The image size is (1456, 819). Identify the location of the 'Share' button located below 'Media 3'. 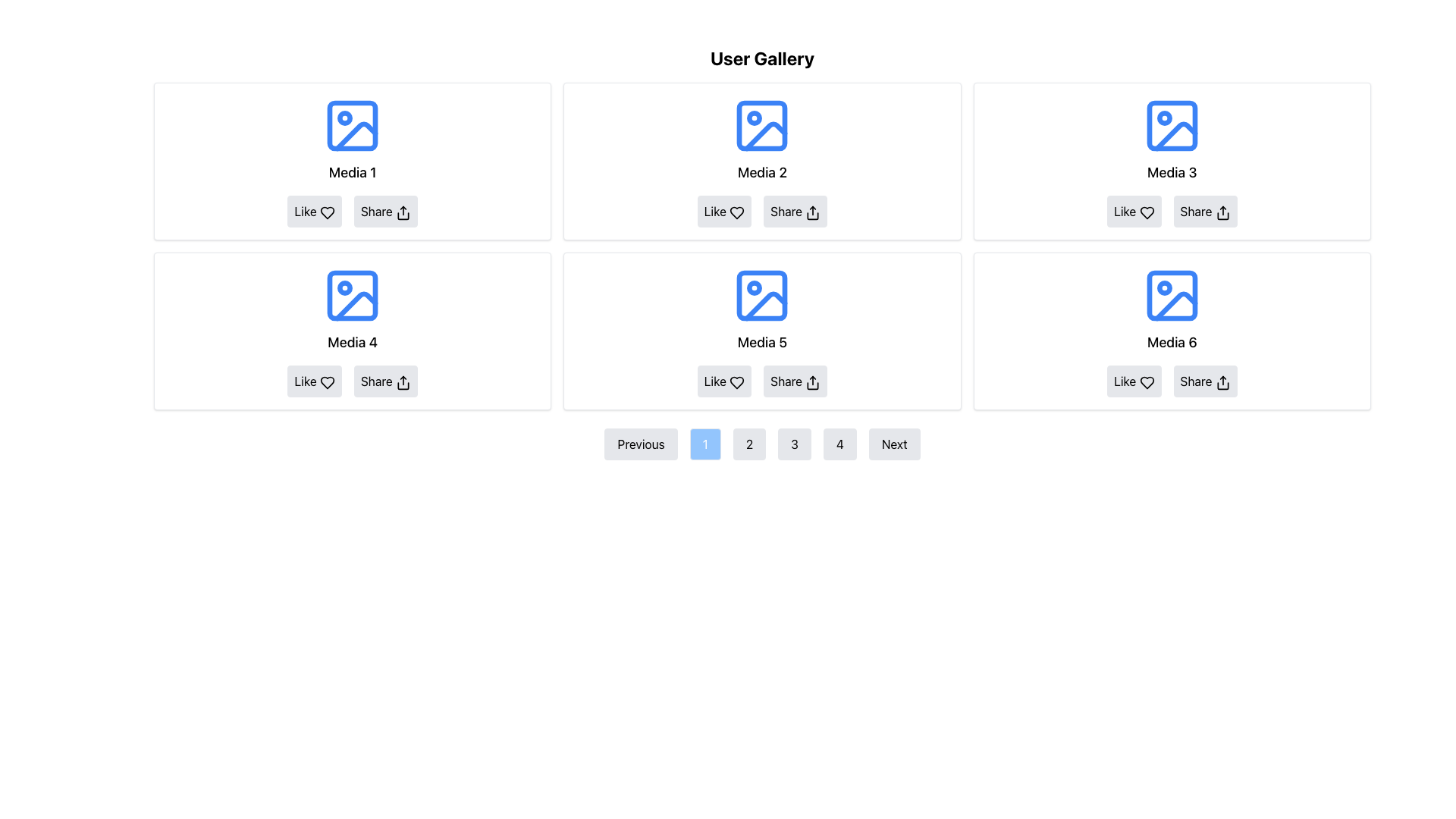
(1204, 211).